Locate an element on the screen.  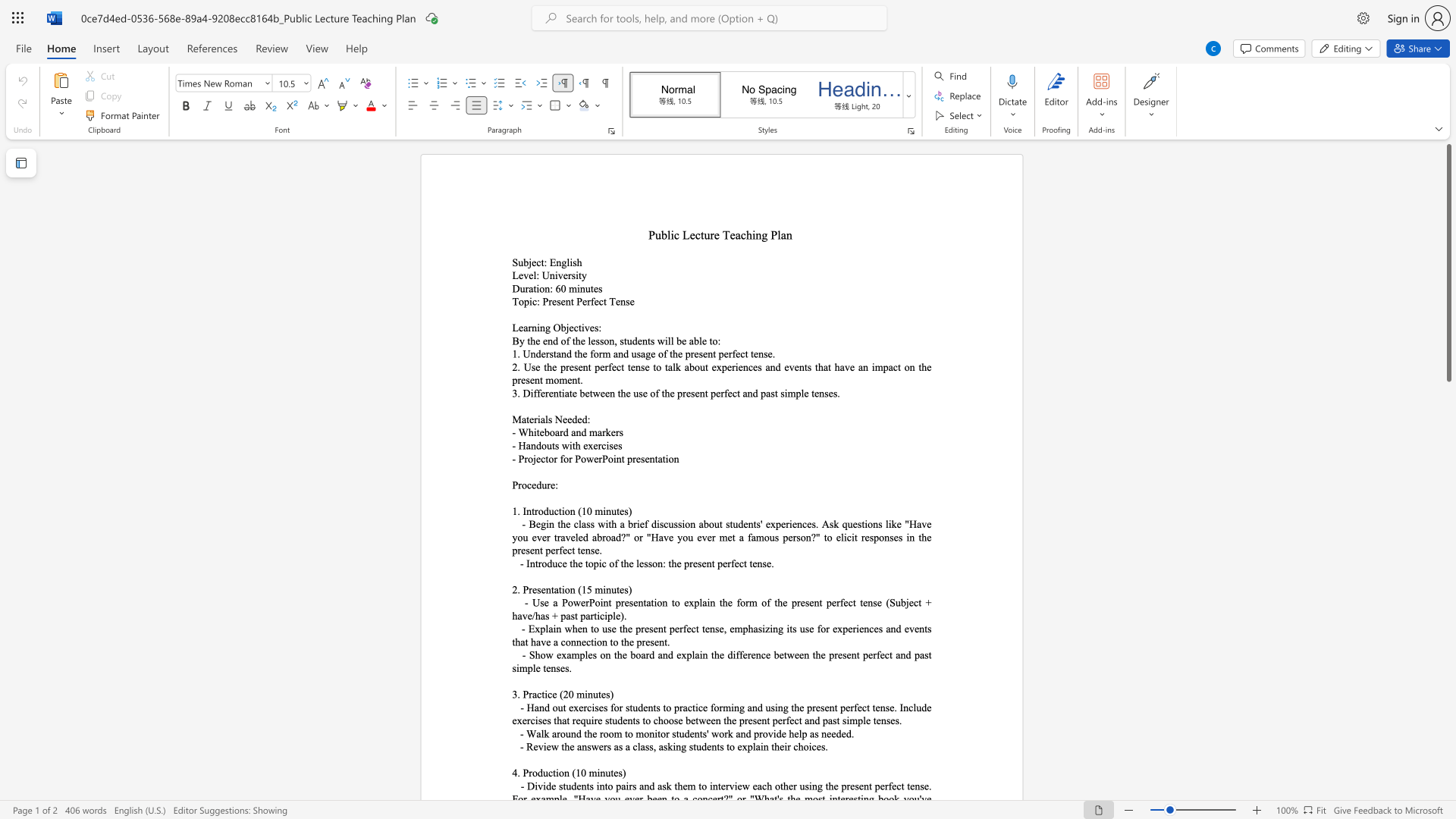
the 1th character "u" in the text is located at coordinates (548, 444).